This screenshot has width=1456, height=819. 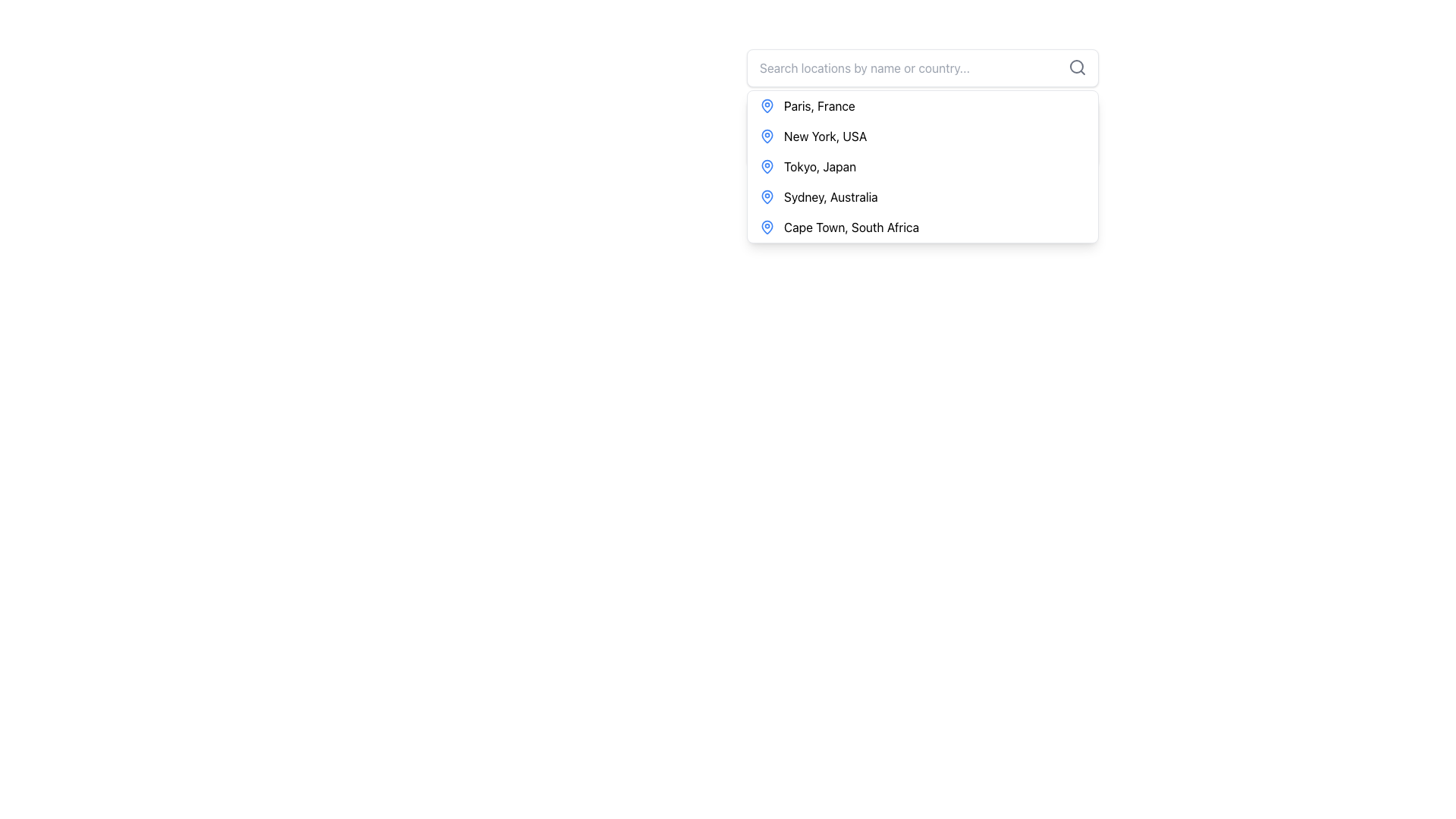 What do you see at coordinates (922, 166) in the screenshot?
I see `the third location item in the list to trigger the highlight effect for 'Tokyo, Japan'` at bounding box center [922, 166].